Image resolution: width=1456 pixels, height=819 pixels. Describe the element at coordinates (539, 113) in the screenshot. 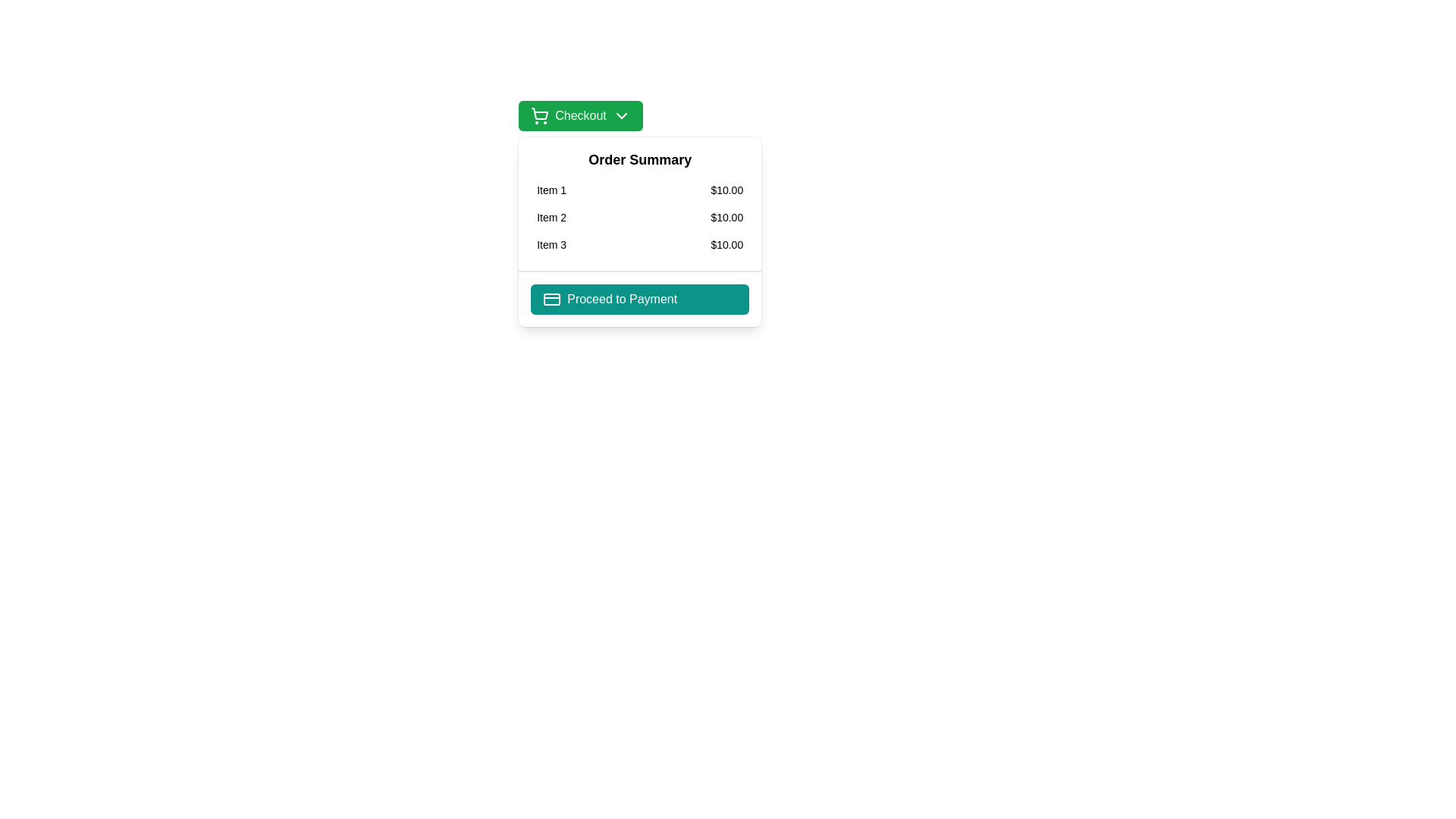

I see `the shopping cart icon located within the green 'Checkout' button, which signifies a checkout action` at that location.